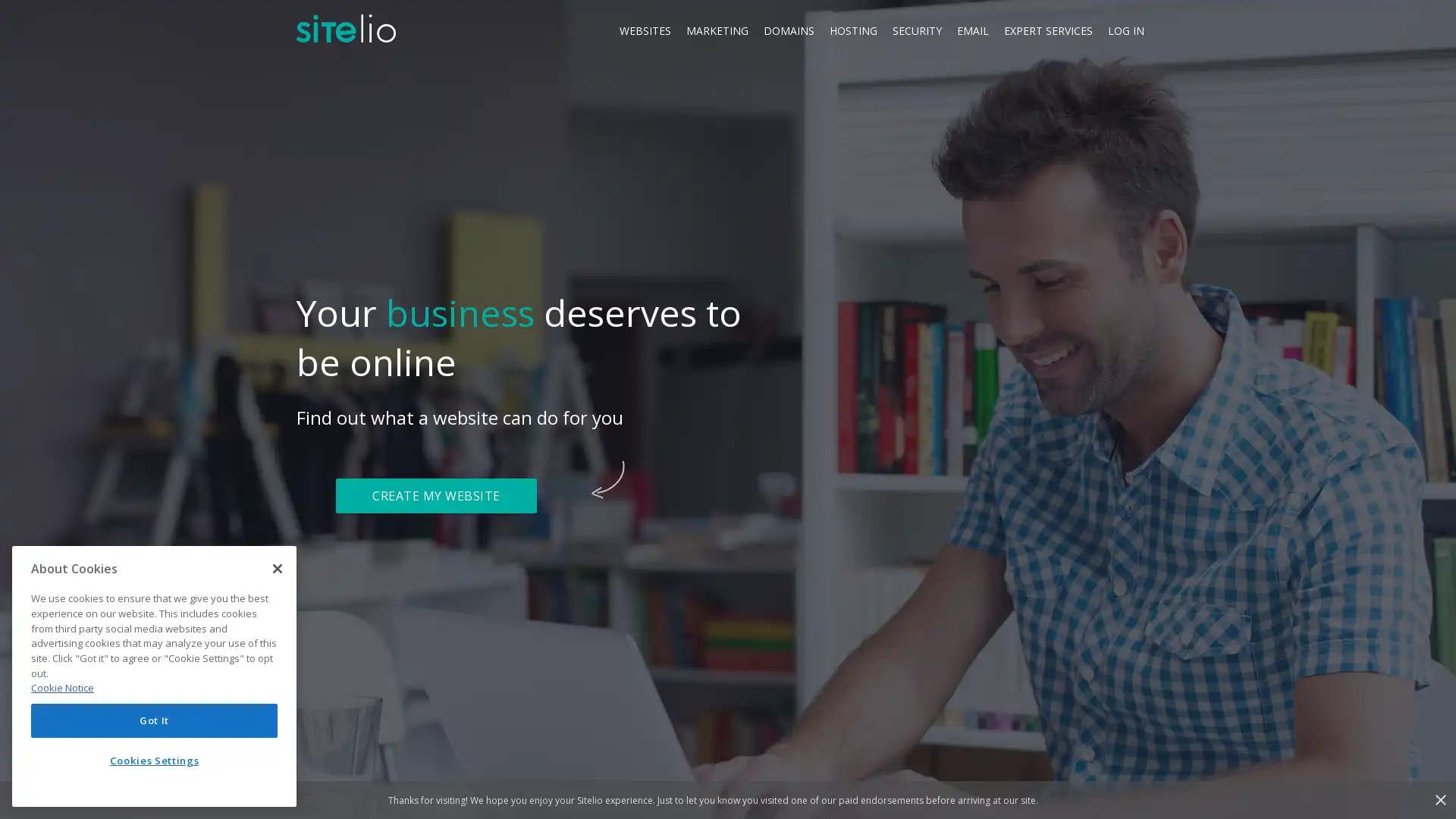  Describe the element at coordinates (154, 719) in the screenshot. I see `Got It` at that location.